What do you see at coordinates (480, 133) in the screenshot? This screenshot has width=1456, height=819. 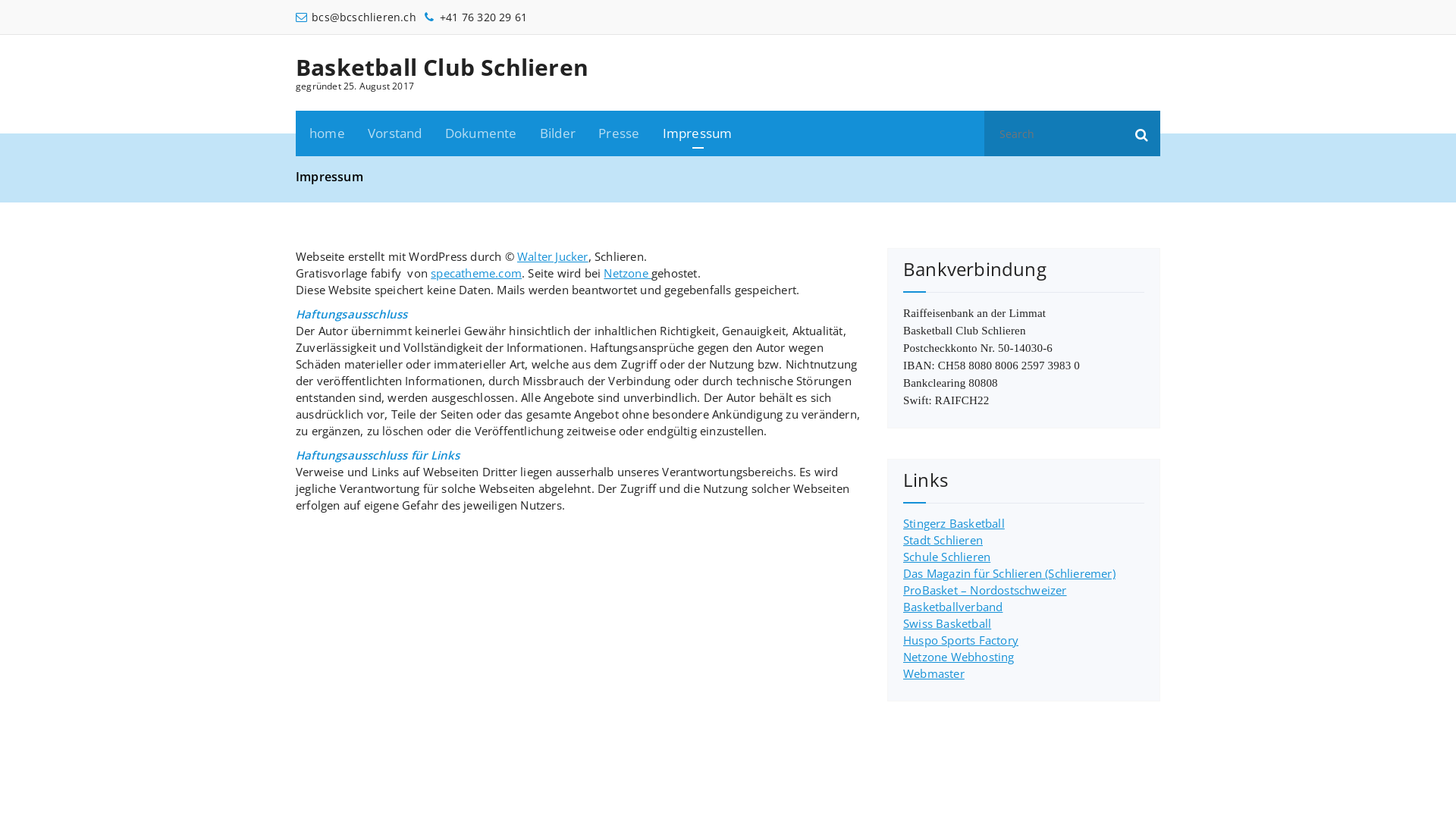 I see `'Dokumente'` at bounding box center [480, 133].